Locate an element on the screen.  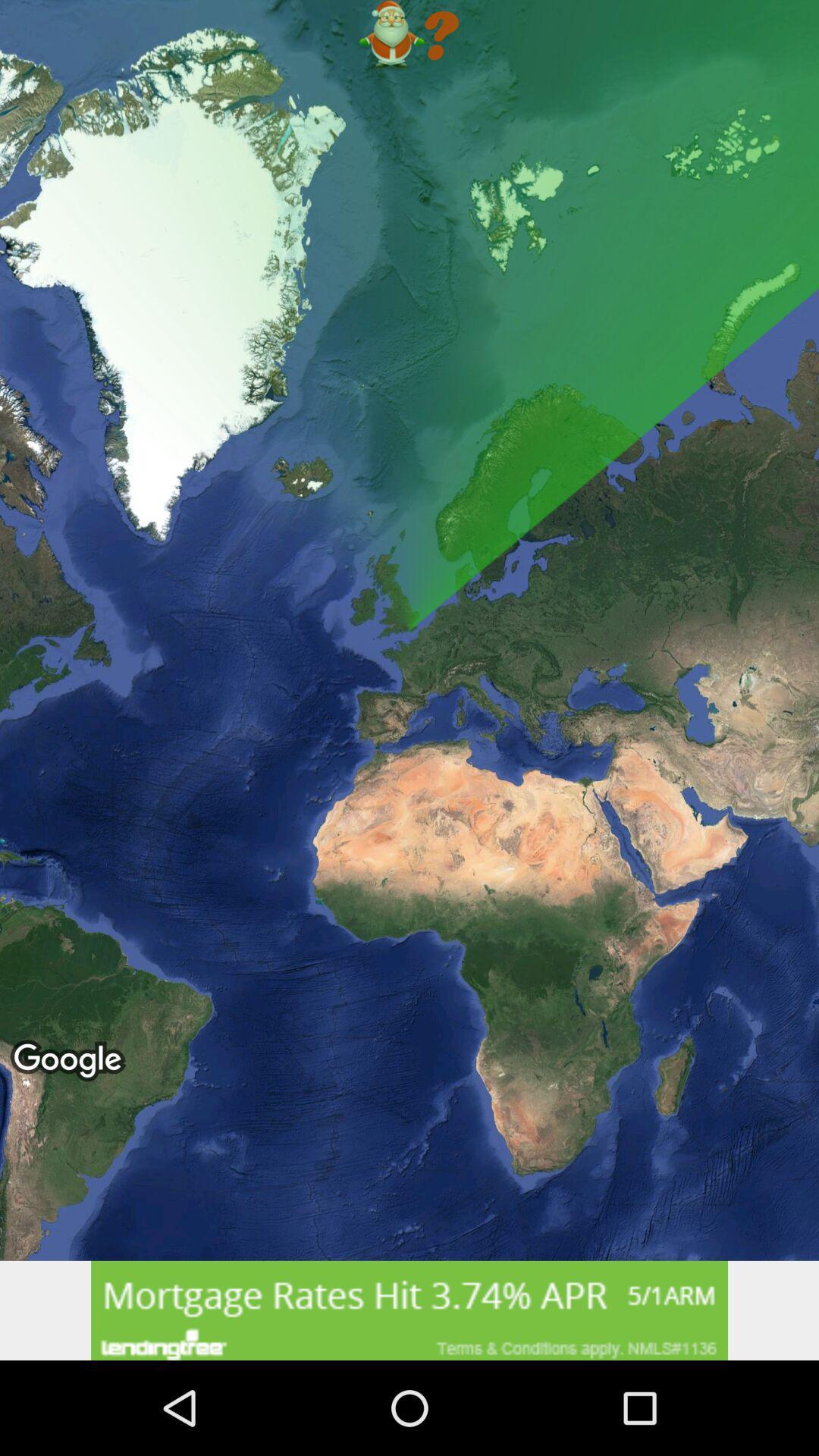
advertisement is located at coordinates (409, 1310).